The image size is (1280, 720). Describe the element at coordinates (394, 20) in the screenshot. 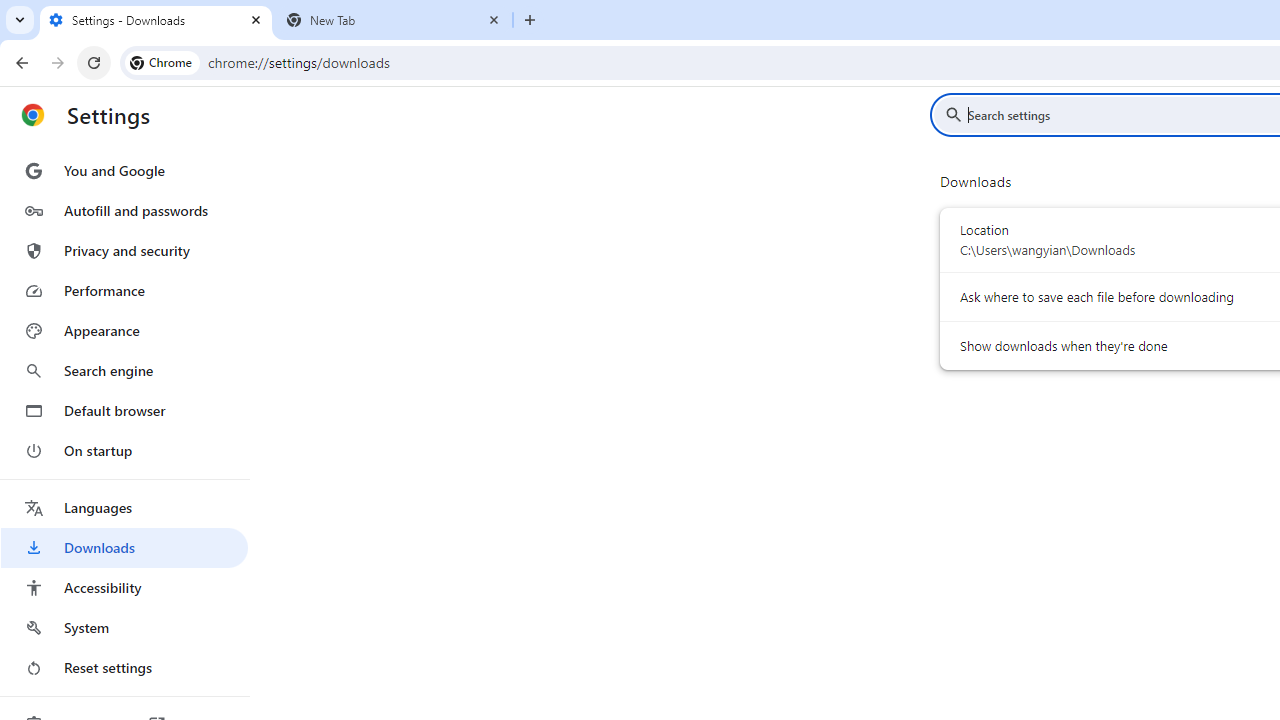

I see `'New Tab'` at that location.